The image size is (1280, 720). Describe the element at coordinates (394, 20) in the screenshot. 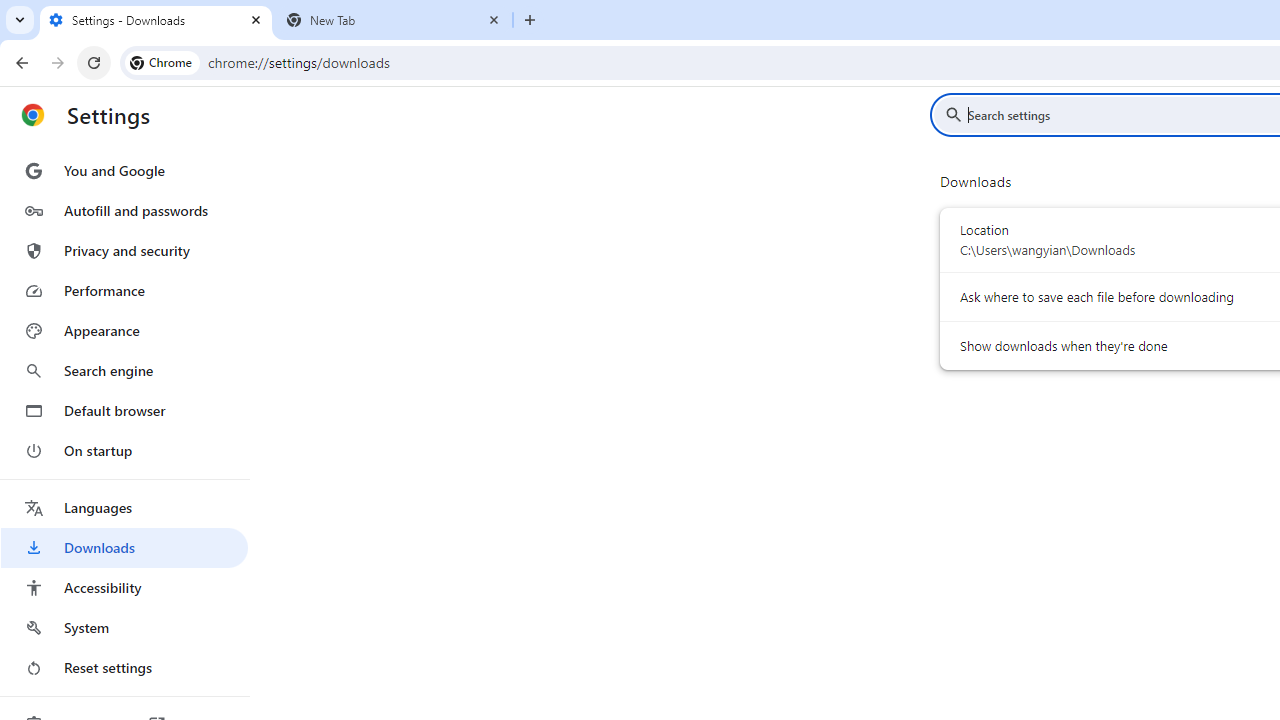

I see `'New Tab'` at that location.